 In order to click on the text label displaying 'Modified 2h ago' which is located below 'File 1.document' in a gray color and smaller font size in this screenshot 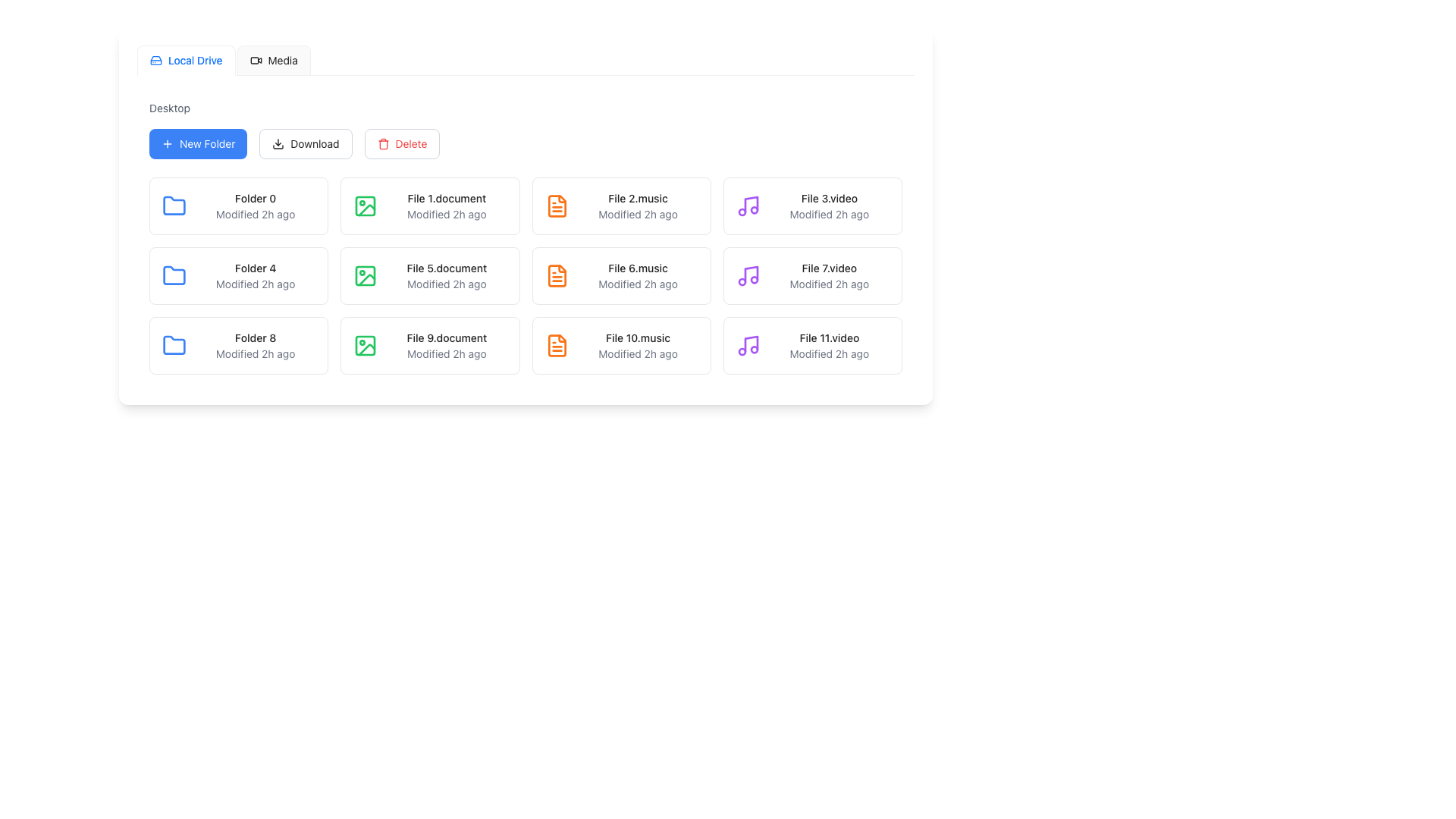, I will do `click(446, 214)`.